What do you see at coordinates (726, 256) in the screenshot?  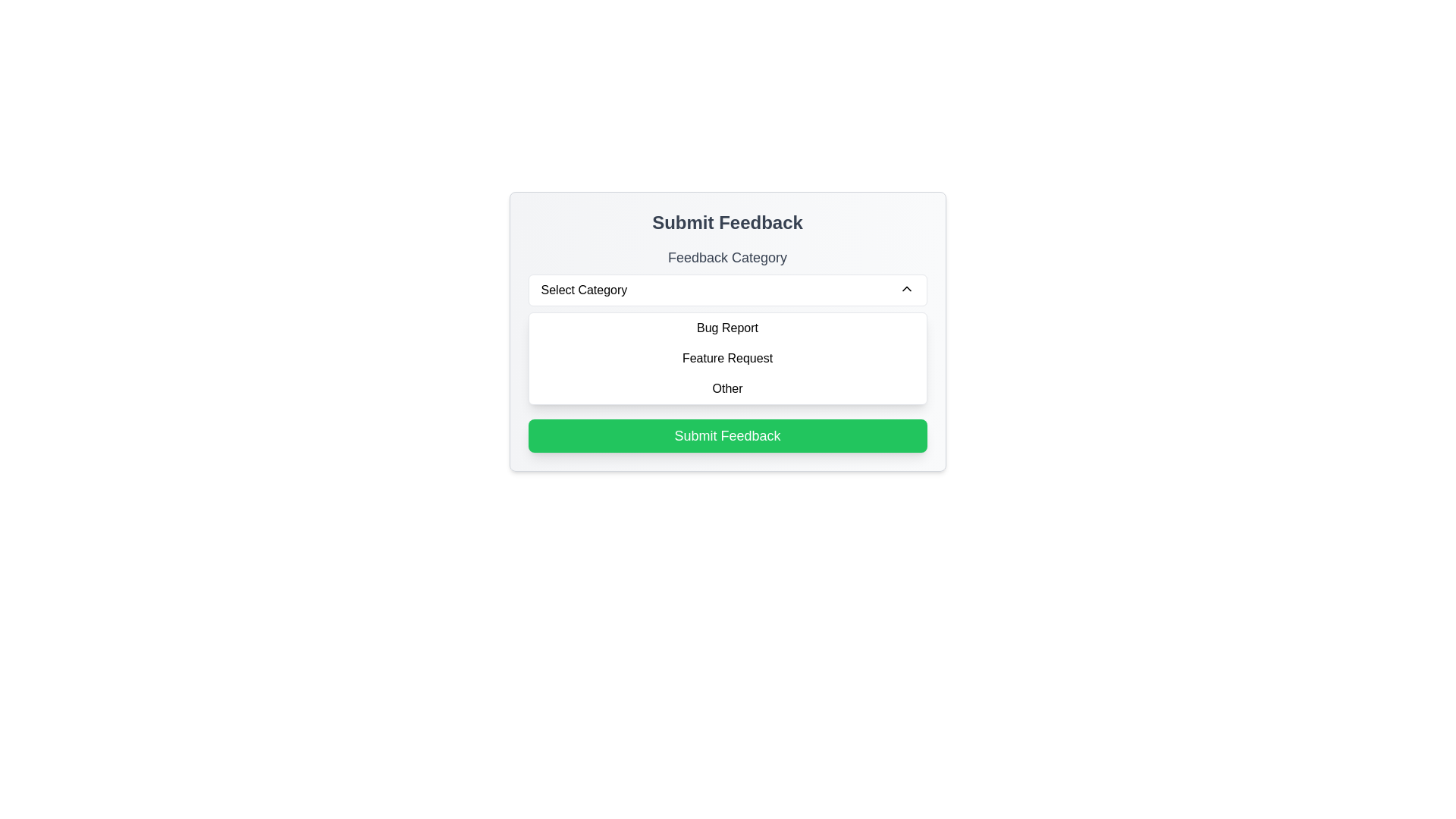 I see `the Text Label that provides context for the feedback category selection dropdown, positioned below the 'Submit Feedback' heading` at bounding box center [726, 256].